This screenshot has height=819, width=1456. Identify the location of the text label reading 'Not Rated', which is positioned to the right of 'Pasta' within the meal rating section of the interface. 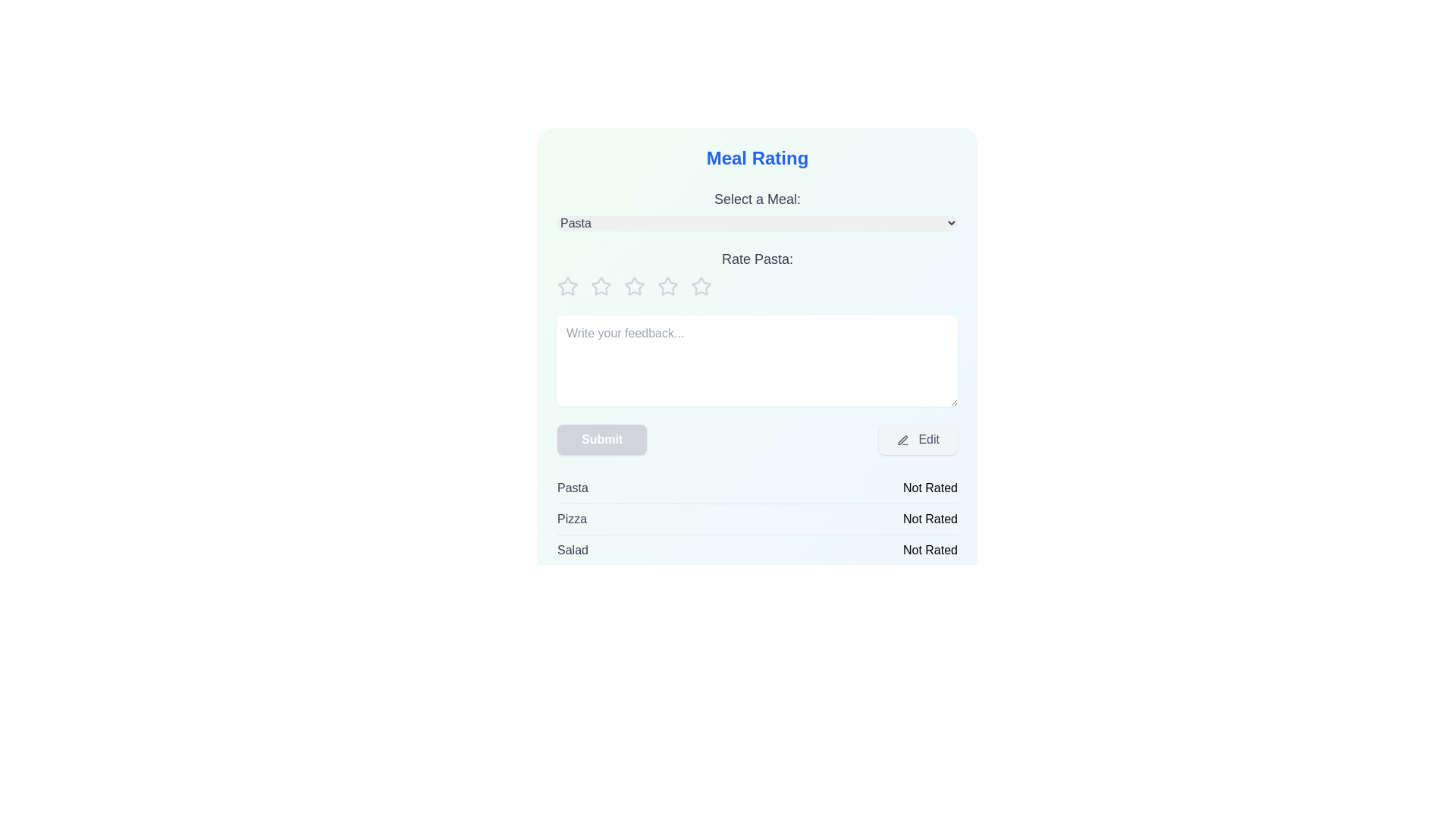
(930, 488).